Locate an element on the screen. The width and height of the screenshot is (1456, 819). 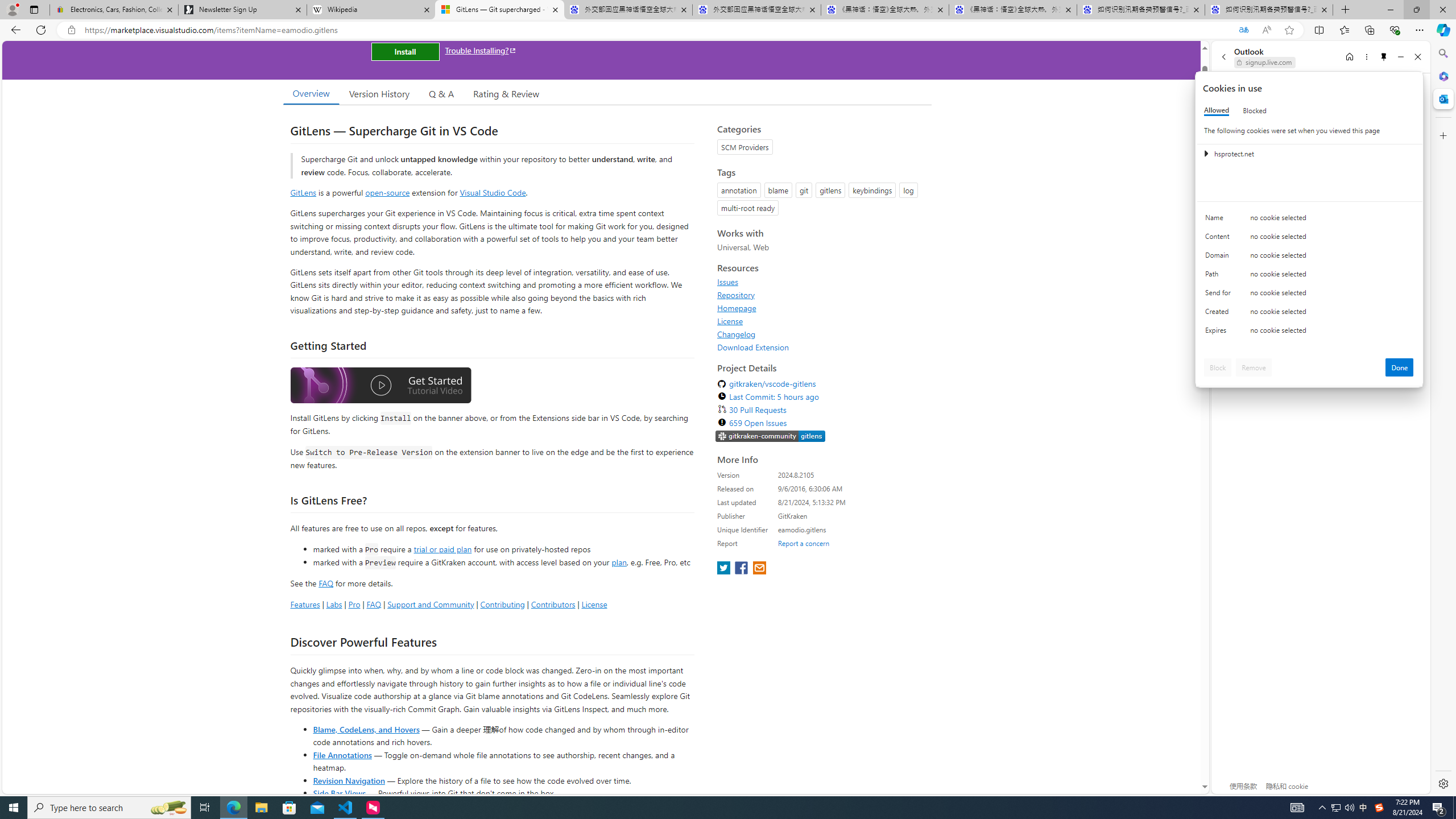
'Allowed' is located at coordinates (1215, 110).